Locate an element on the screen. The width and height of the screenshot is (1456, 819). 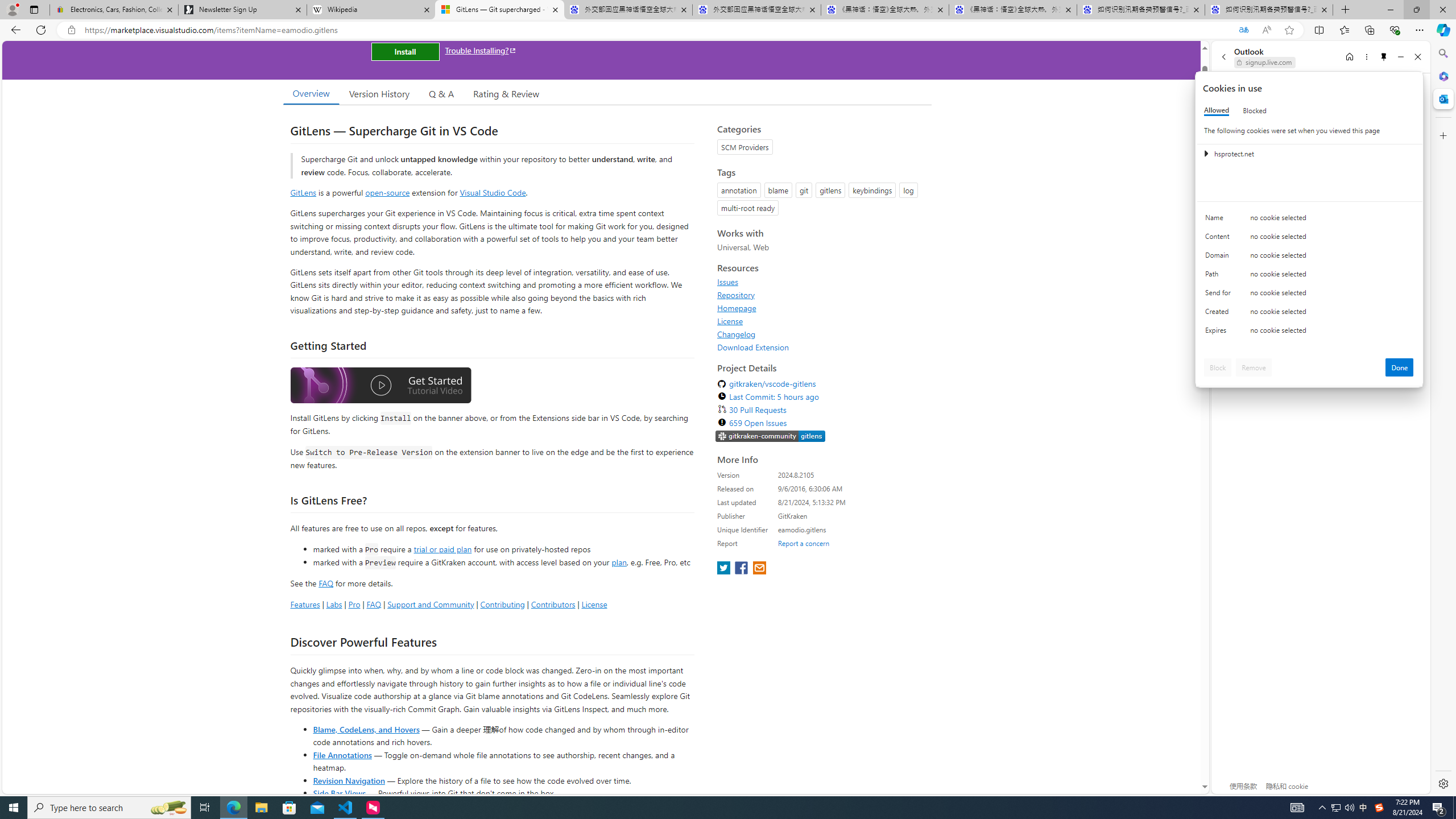
'Allowed' is located at coordinates (1215, 110).